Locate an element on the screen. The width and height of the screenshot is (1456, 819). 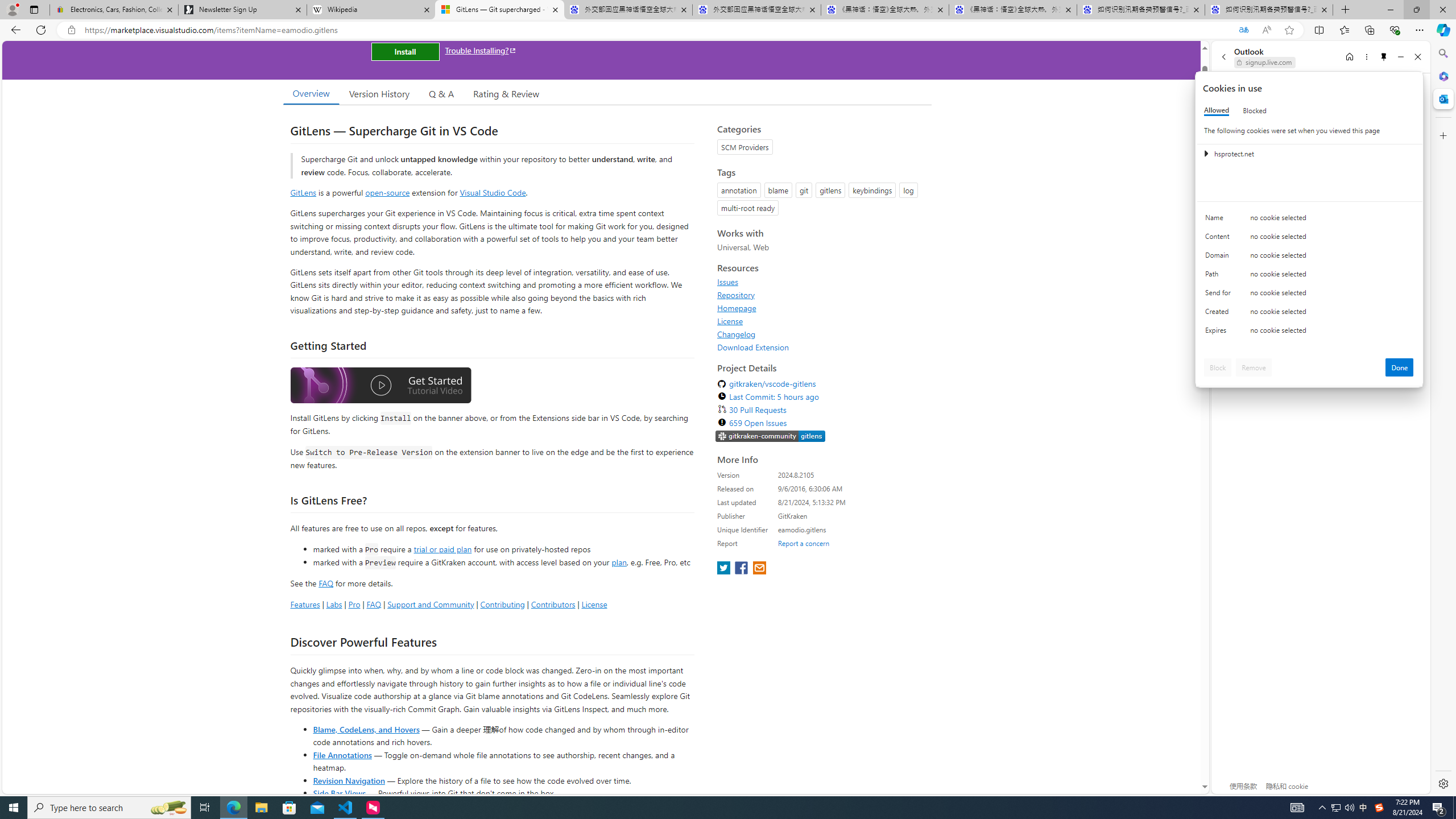
'Allowed' is located at coordinates (1215, 110).